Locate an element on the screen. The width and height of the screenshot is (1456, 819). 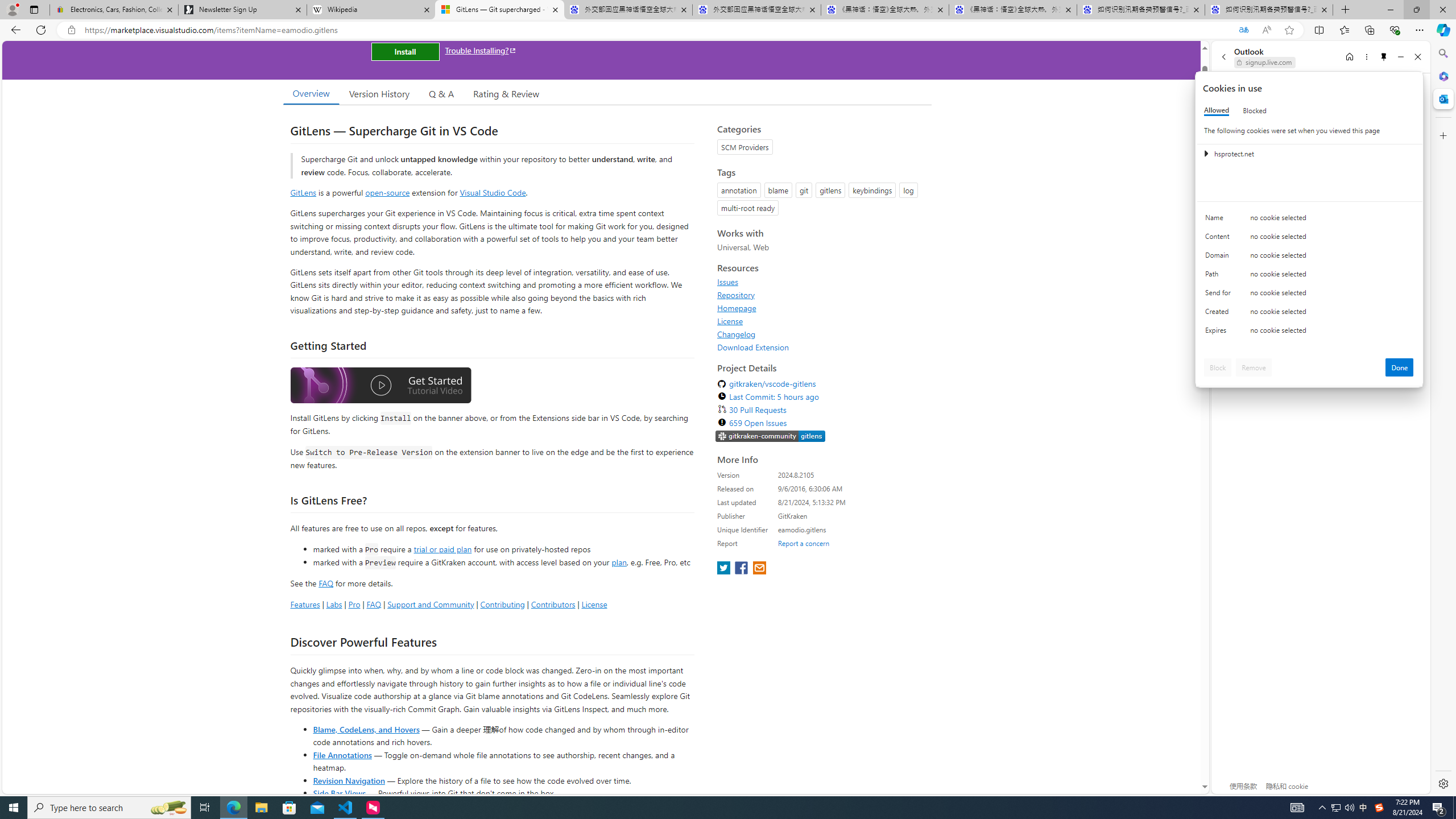
'Allowed' is located at coordinates (1215, 110).